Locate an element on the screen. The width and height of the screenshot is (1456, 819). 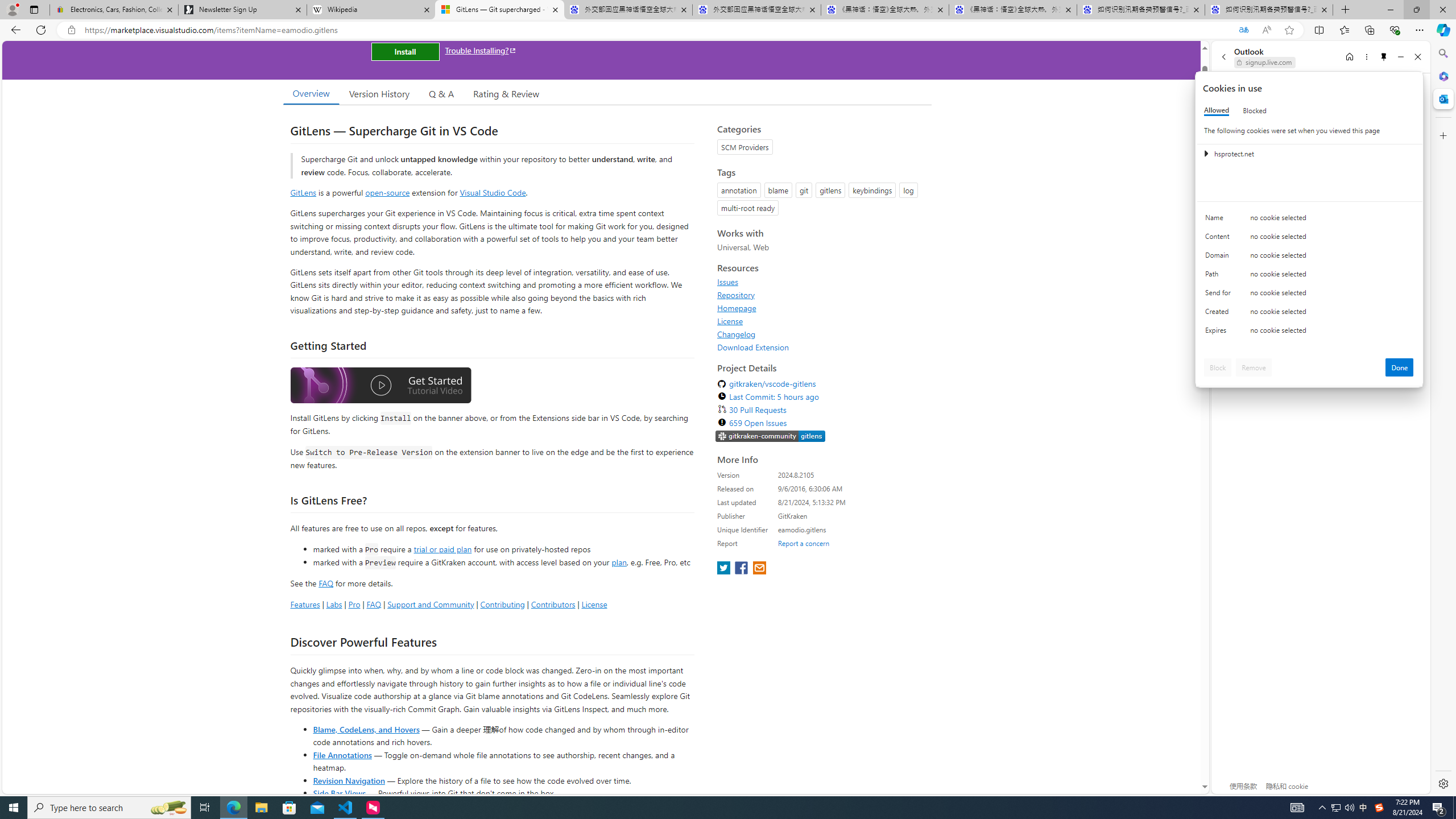
'Allowed' is located at coordinates (1215, 110).